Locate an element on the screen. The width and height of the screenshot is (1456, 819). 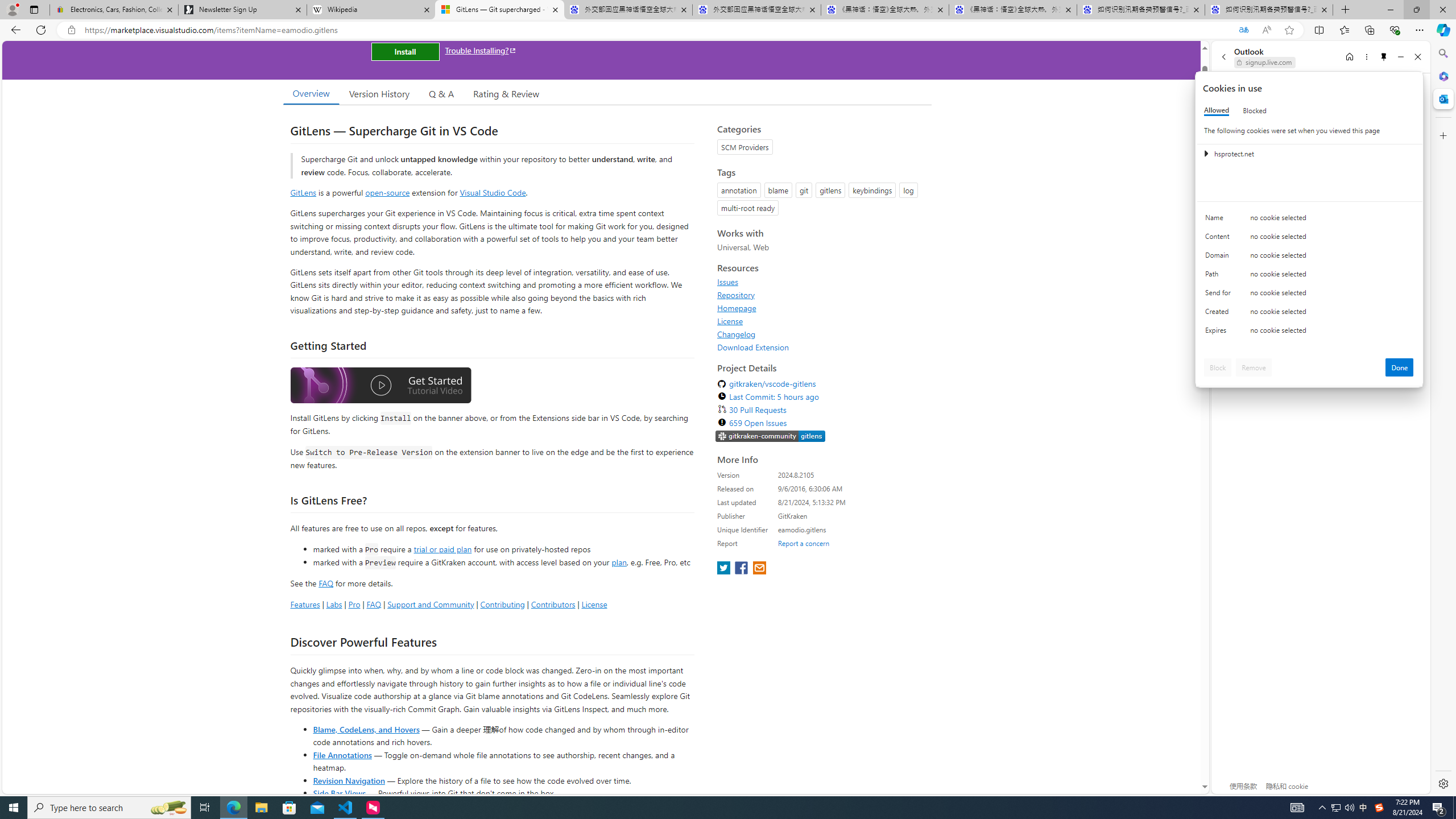
'Allowed' is located at coordinates (1215, 110).